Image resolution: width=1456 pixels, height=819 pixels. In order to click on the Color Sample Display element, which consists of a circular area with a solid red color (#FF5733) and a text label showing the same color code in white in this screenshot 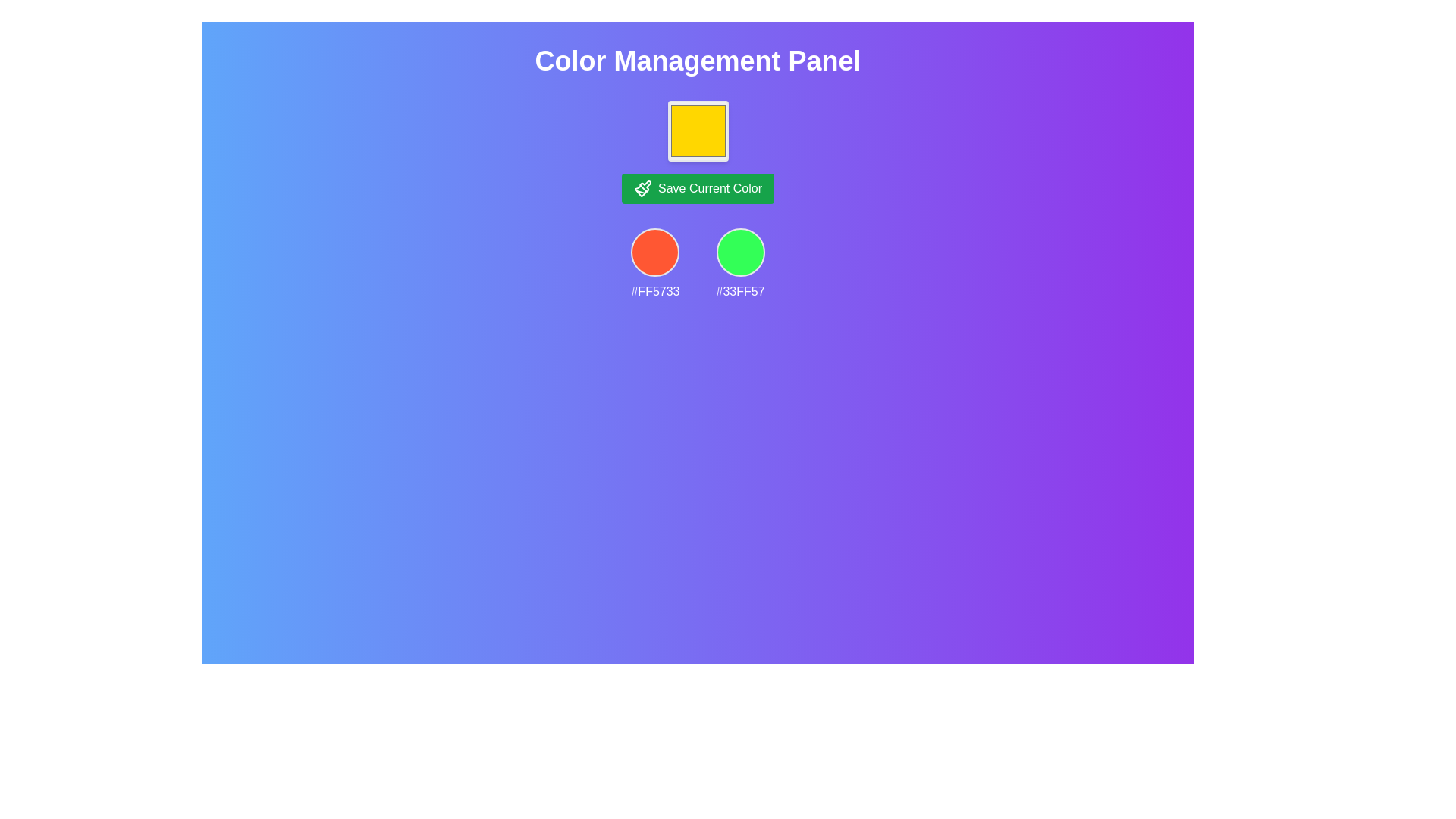, I will do `click(655, 263)`.